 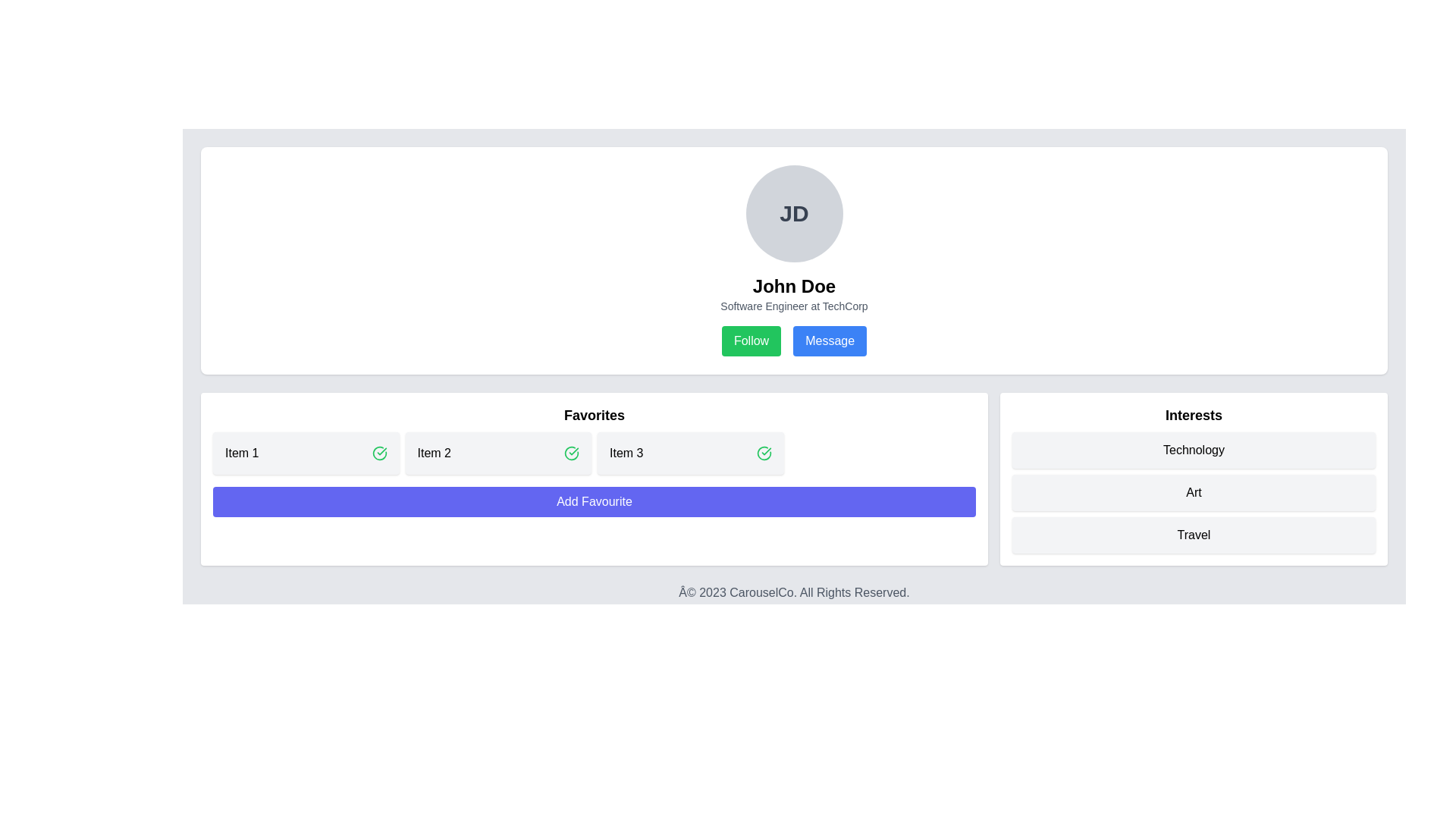 I want to click on the circular green checkmark icon located in the upper-right corner of the card containing 'Item 2' to indicate a successful action, so click(x=570, y=452).